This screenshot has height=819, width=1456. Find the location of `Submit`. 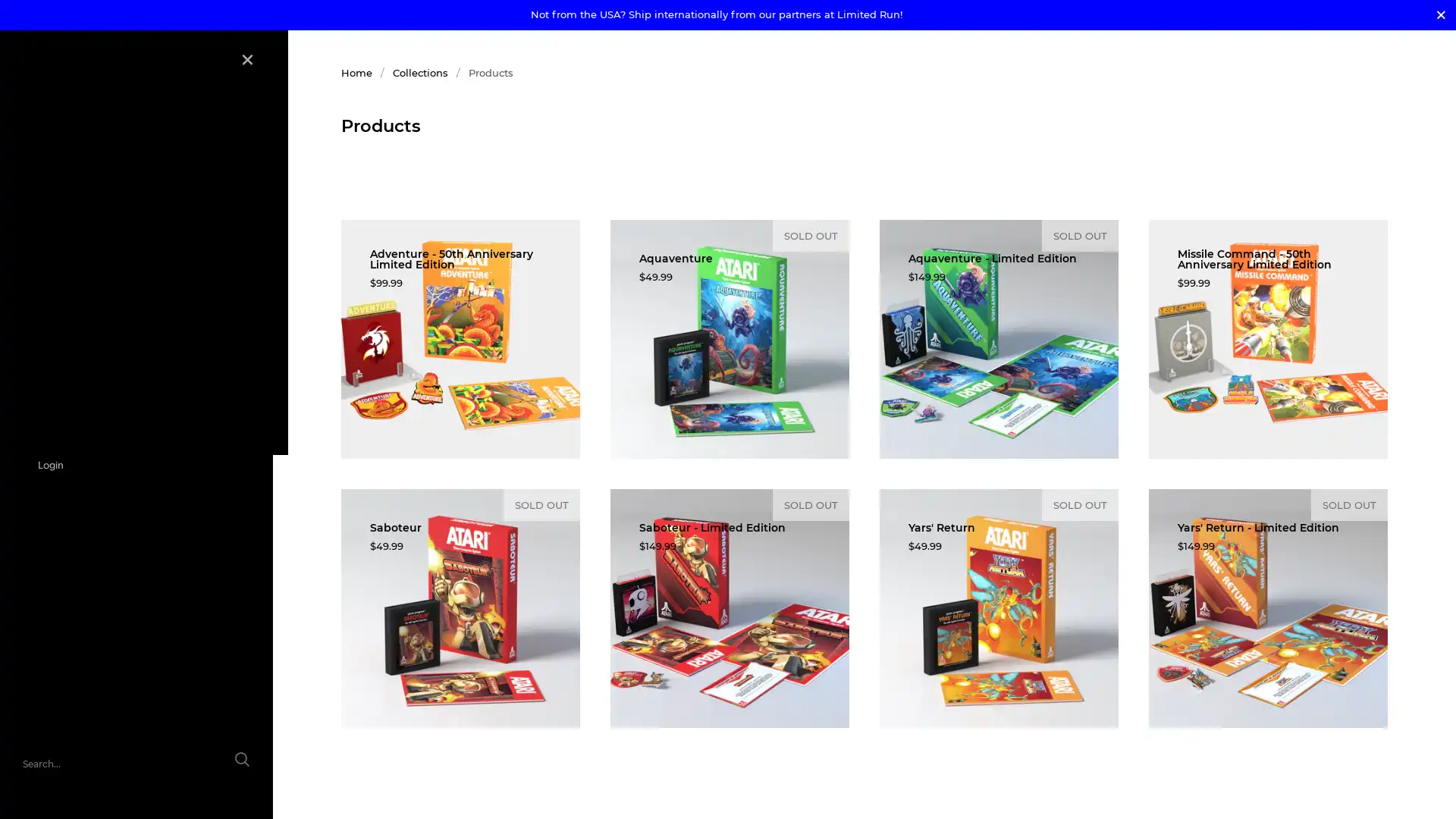

Submit is located at coordinates (225, 768).